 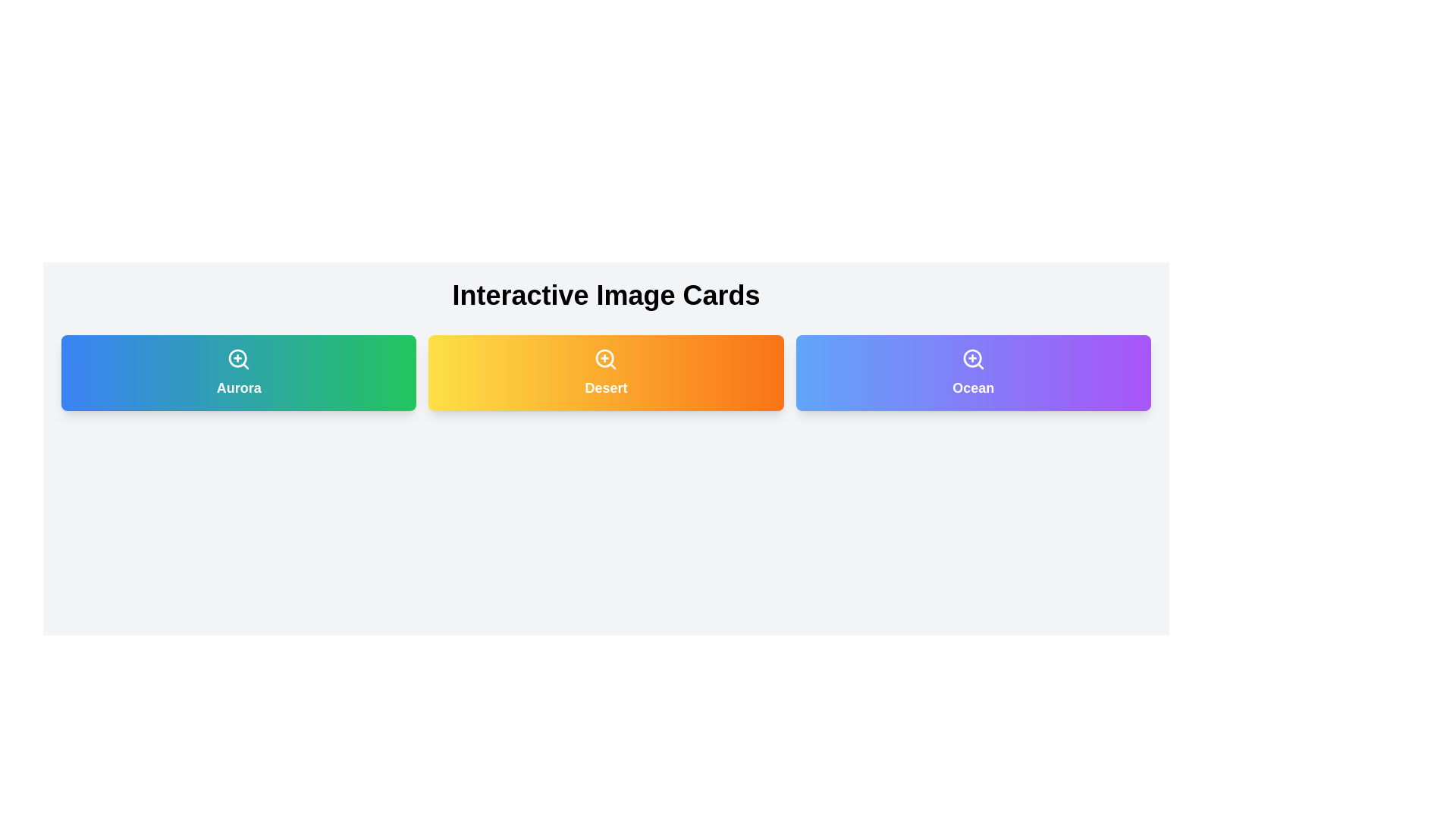 I want to click on the circular lens of the magnifying glass in the zoom icon located in the top-right section of the 'Ocean' card, which is the third card from the left, so click(x=972, y=358).